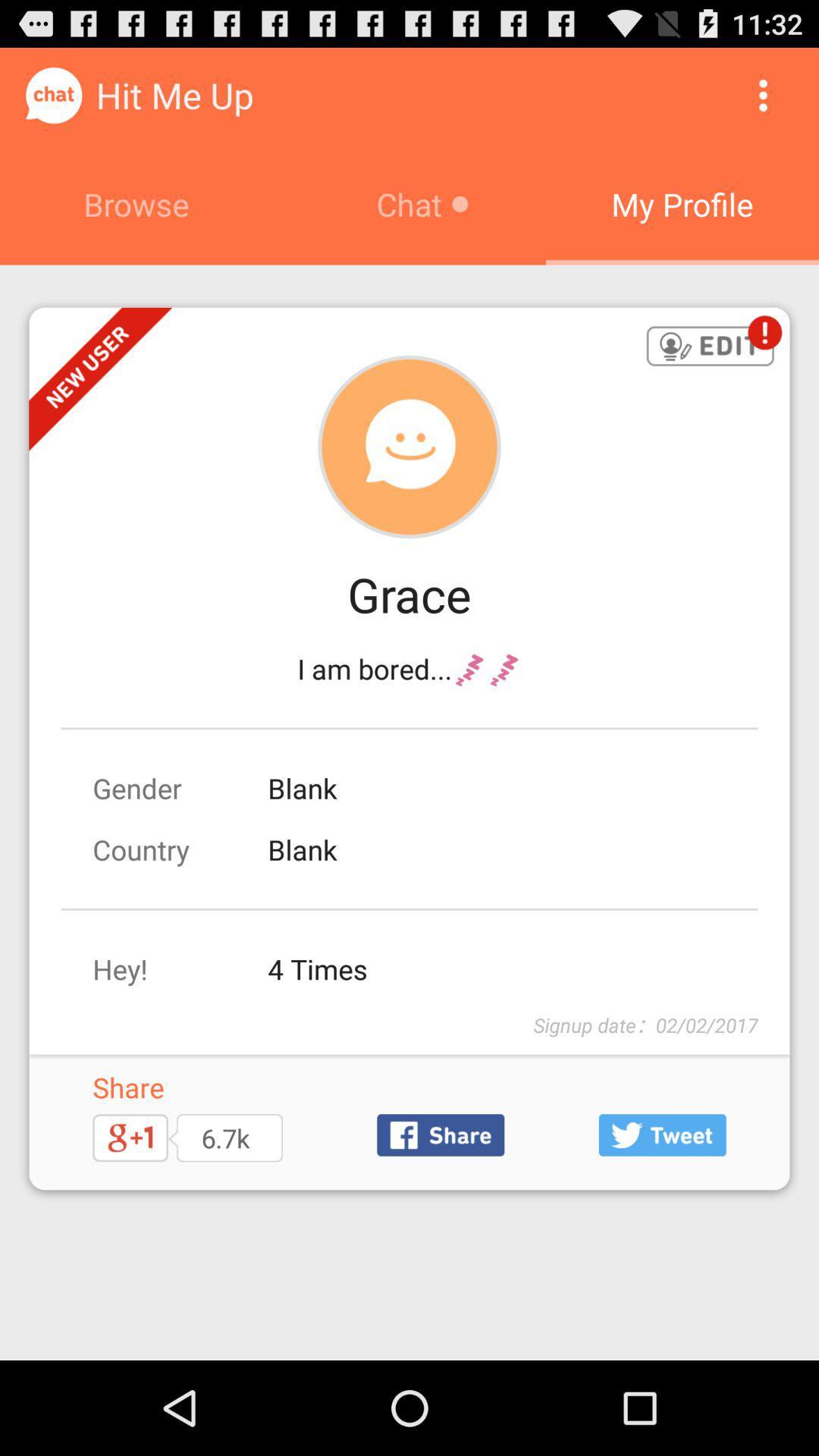 The width and height of the screenshot is (819, 1456). Describe the element at coordinates (710, 347) in the screenshot. I see `edit user button` at that location.